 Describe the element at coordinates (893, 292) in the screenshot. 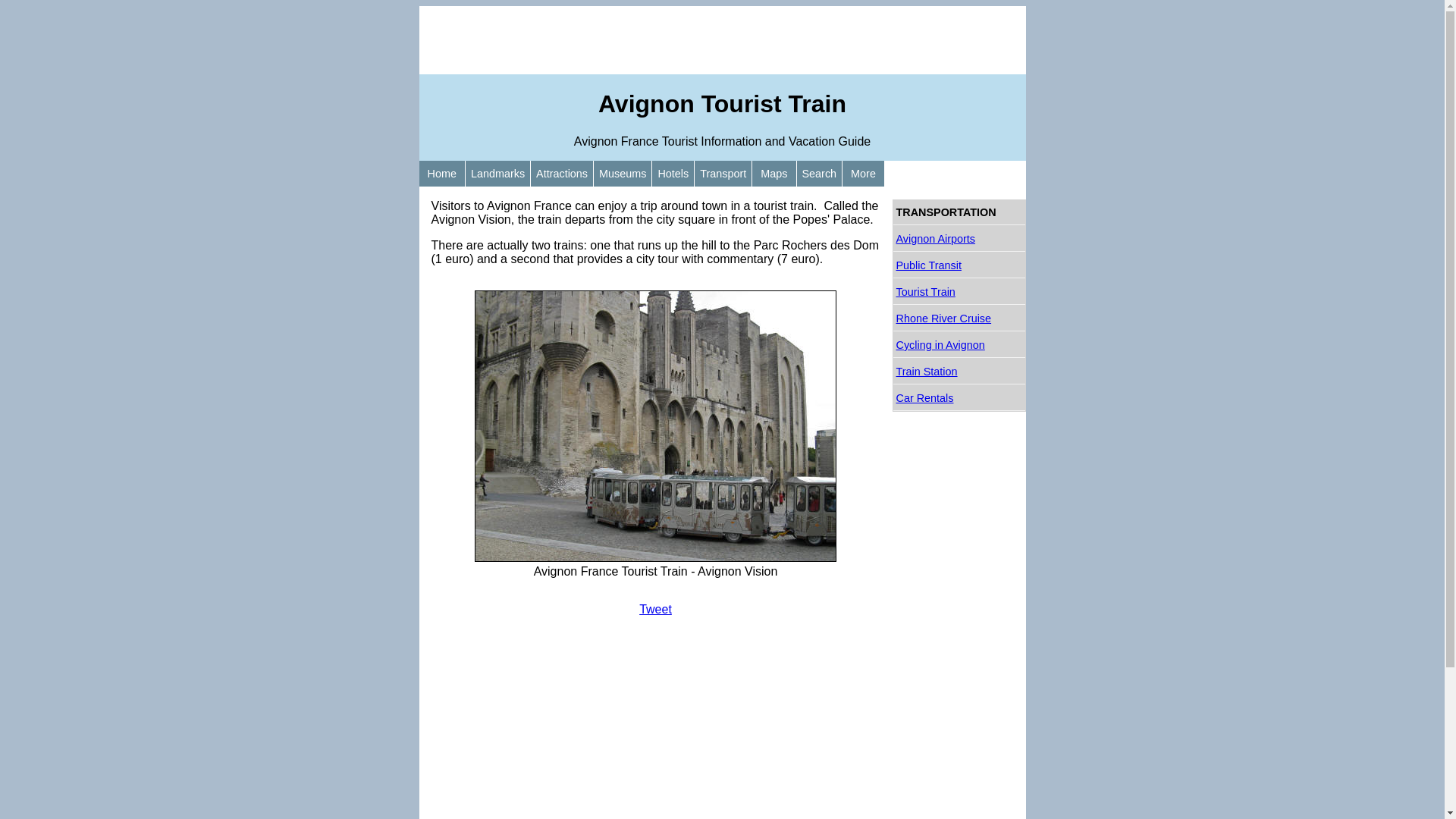

I see `'Tourist Train'` at that location.